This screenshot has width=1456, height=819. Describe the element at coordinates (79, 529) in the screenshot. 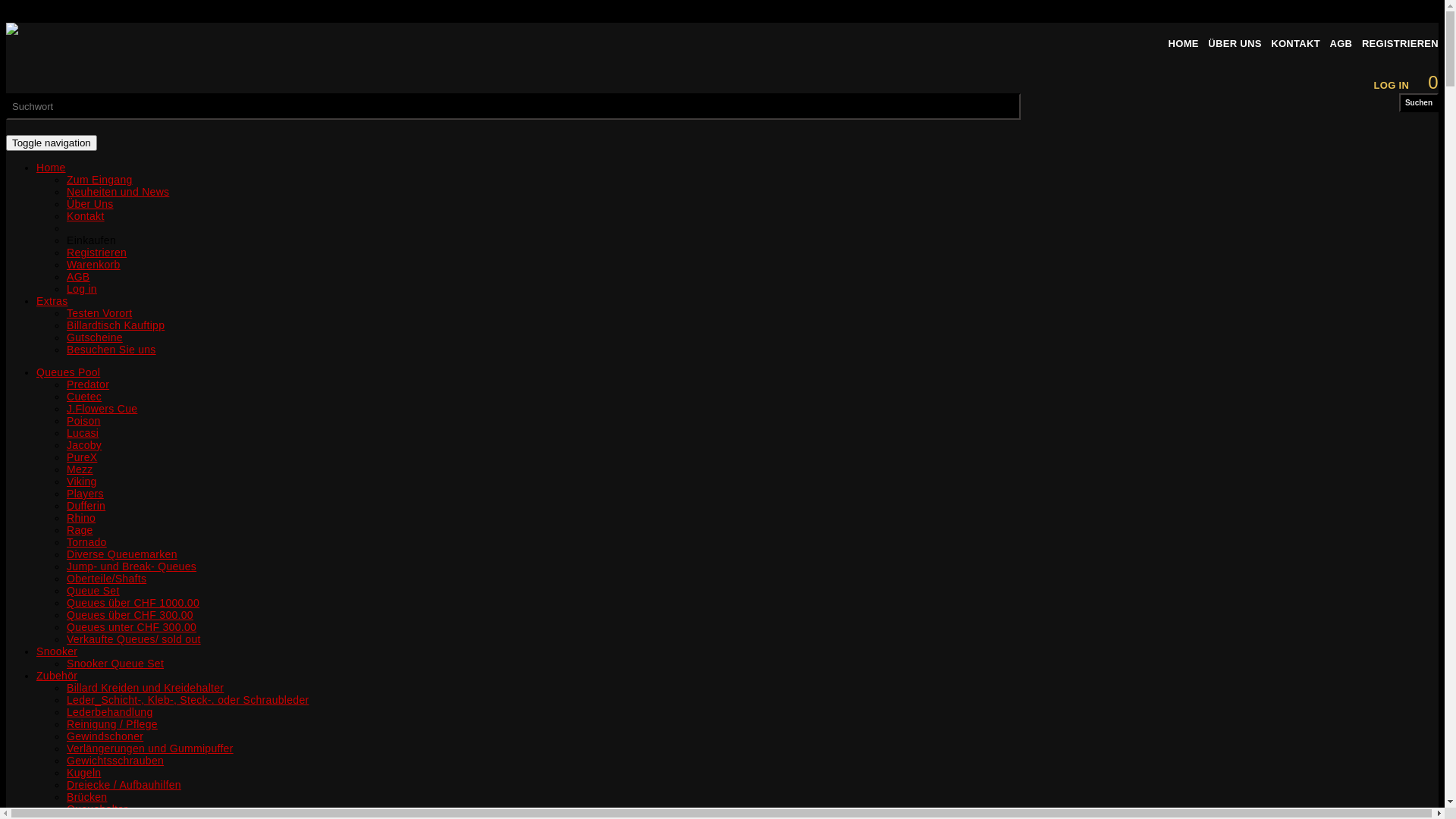

I see `'Rage'` at that location.